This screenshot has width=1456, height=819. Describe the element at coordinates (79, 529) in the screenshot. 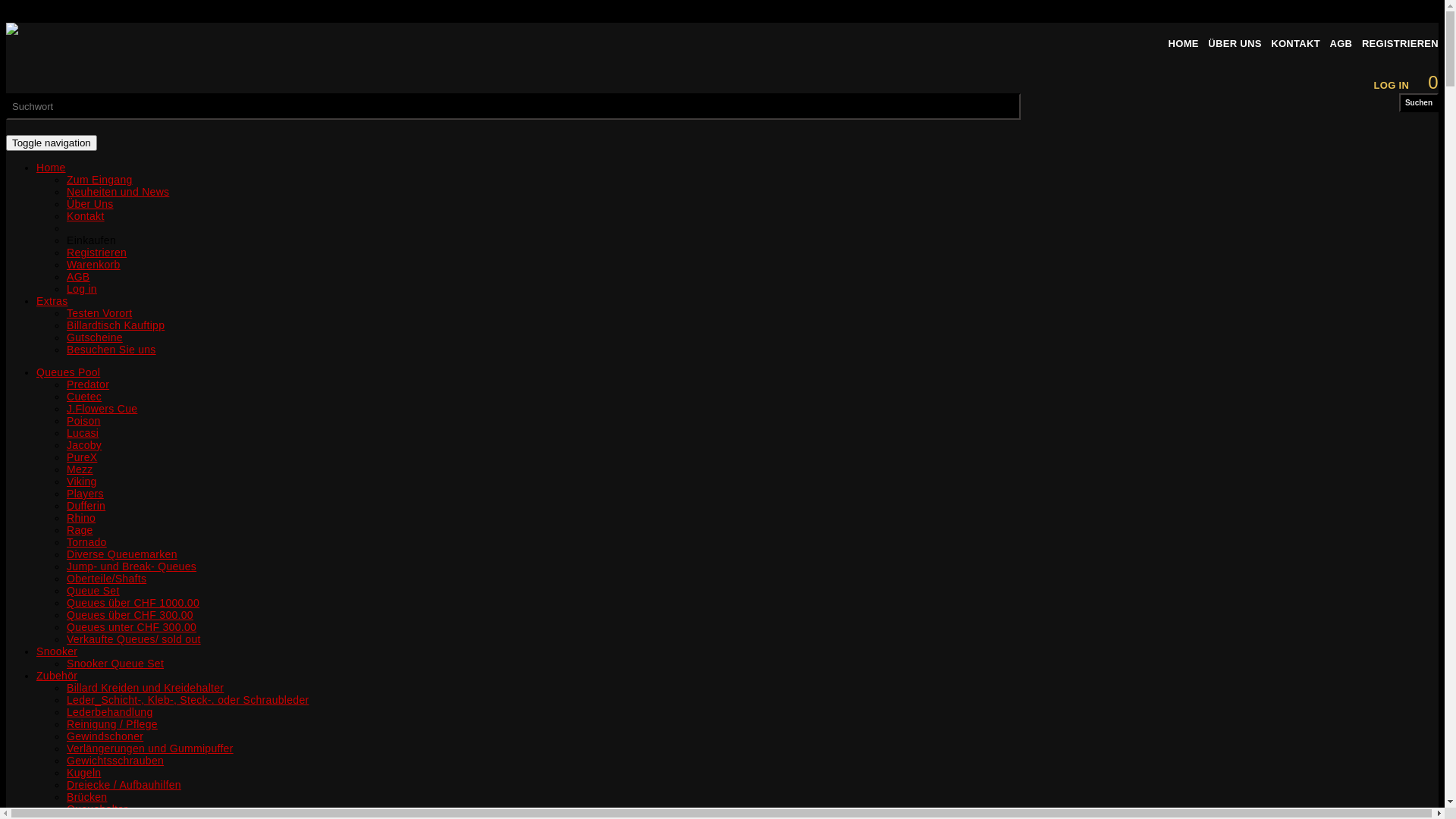

I see `'Rage'` at that location.